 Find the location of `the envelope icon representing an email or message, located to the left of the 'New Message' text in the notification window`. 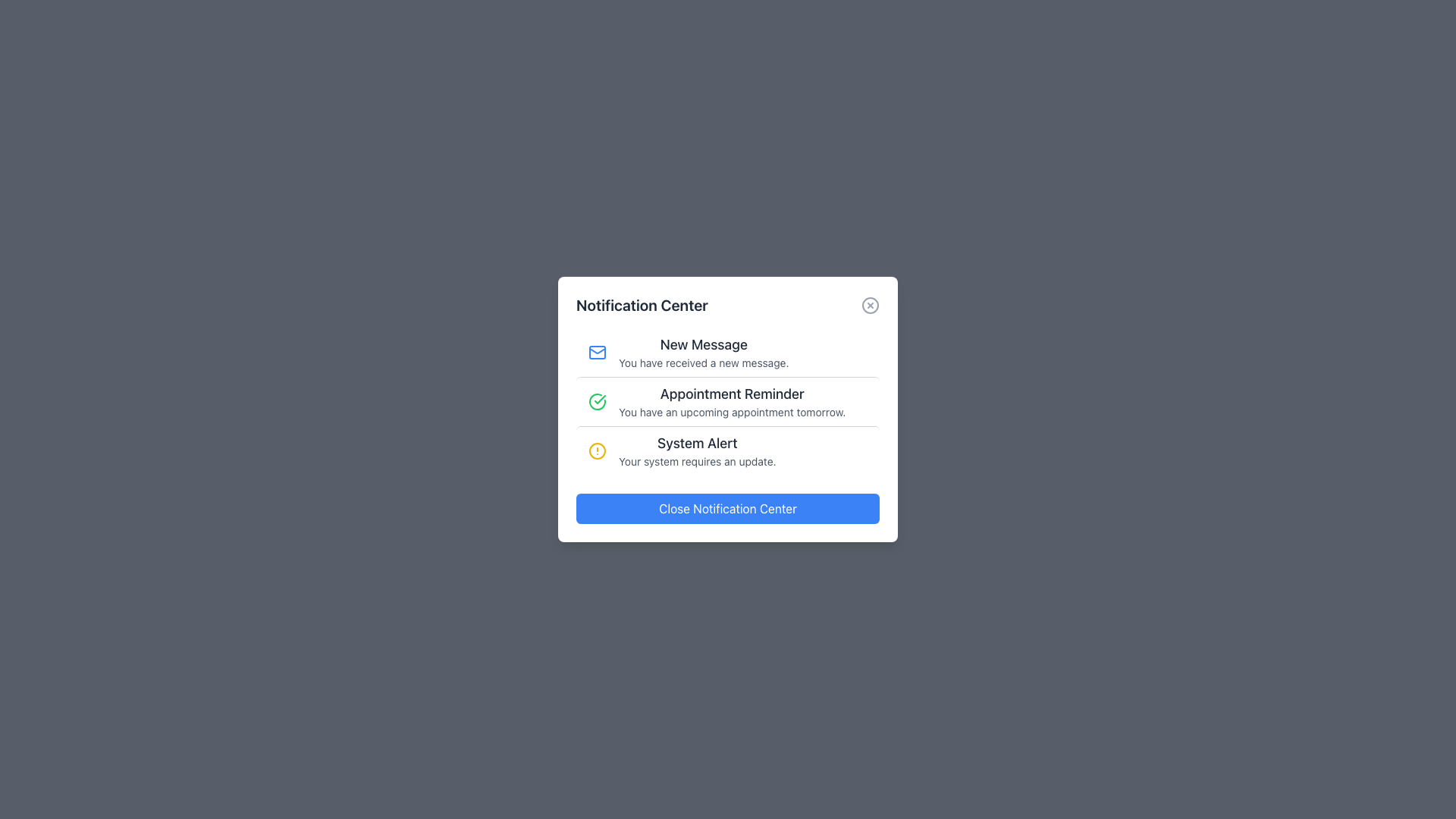

the envelope icon representing an email or message, located to the left of the 'New Message' text in the notification window is located at coordinates (596, 353).